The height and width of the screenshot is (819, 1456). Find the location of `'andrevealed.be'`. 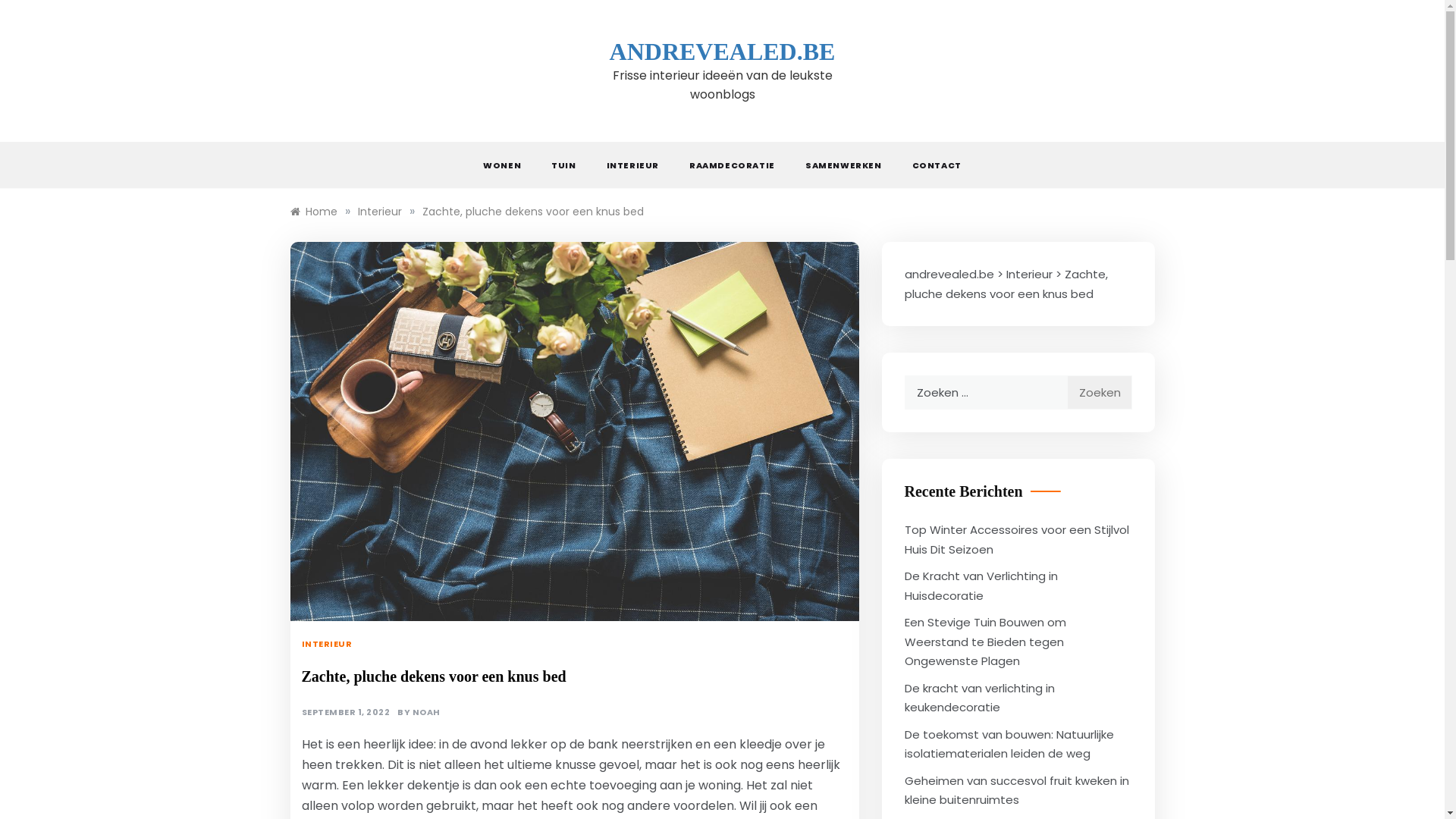

'andrevealed.be' is located at coordinates (948, 274).